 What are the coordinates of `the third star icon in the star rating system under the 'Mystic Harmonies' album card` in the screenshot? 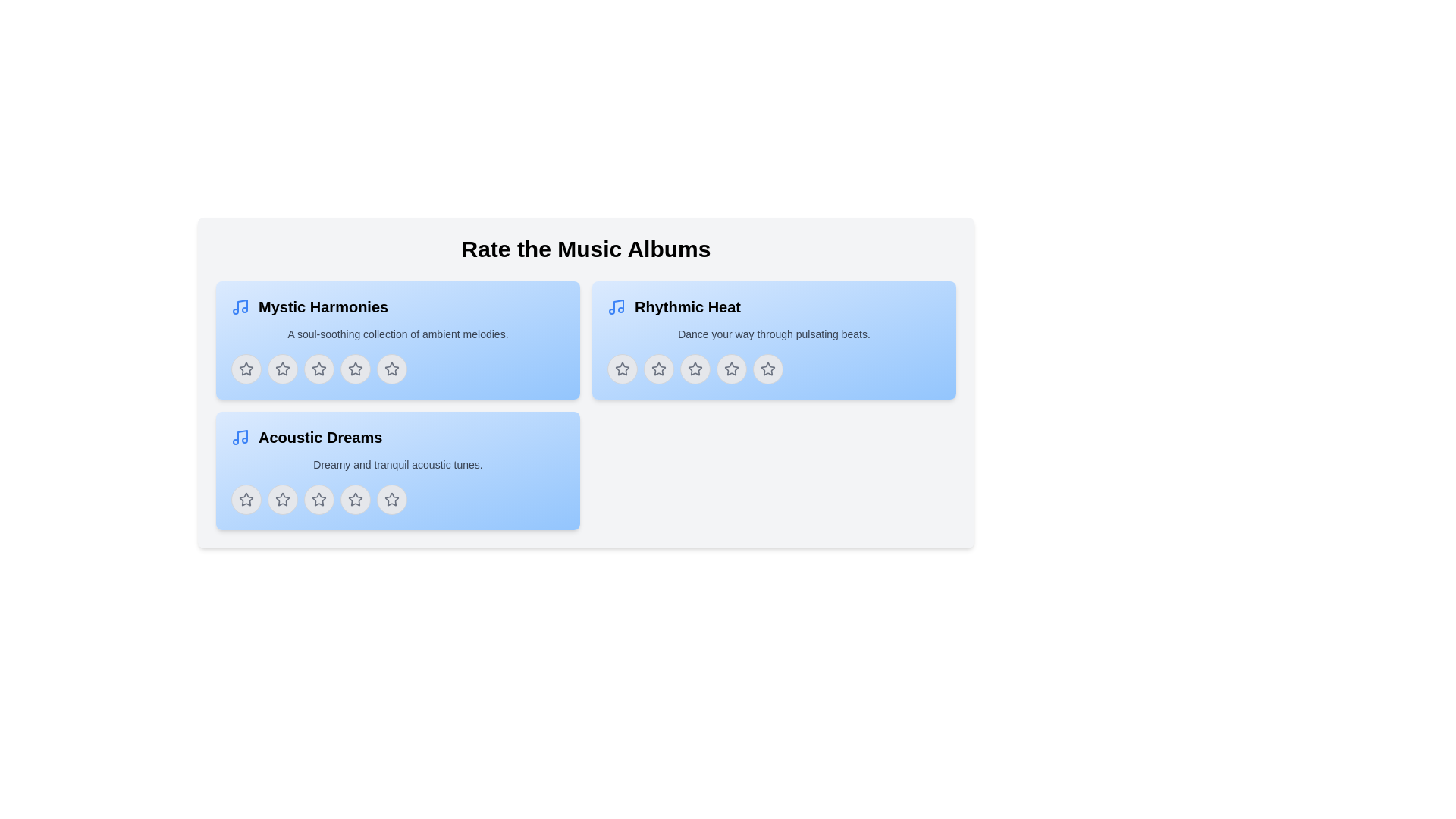 It's located at (318, 369).